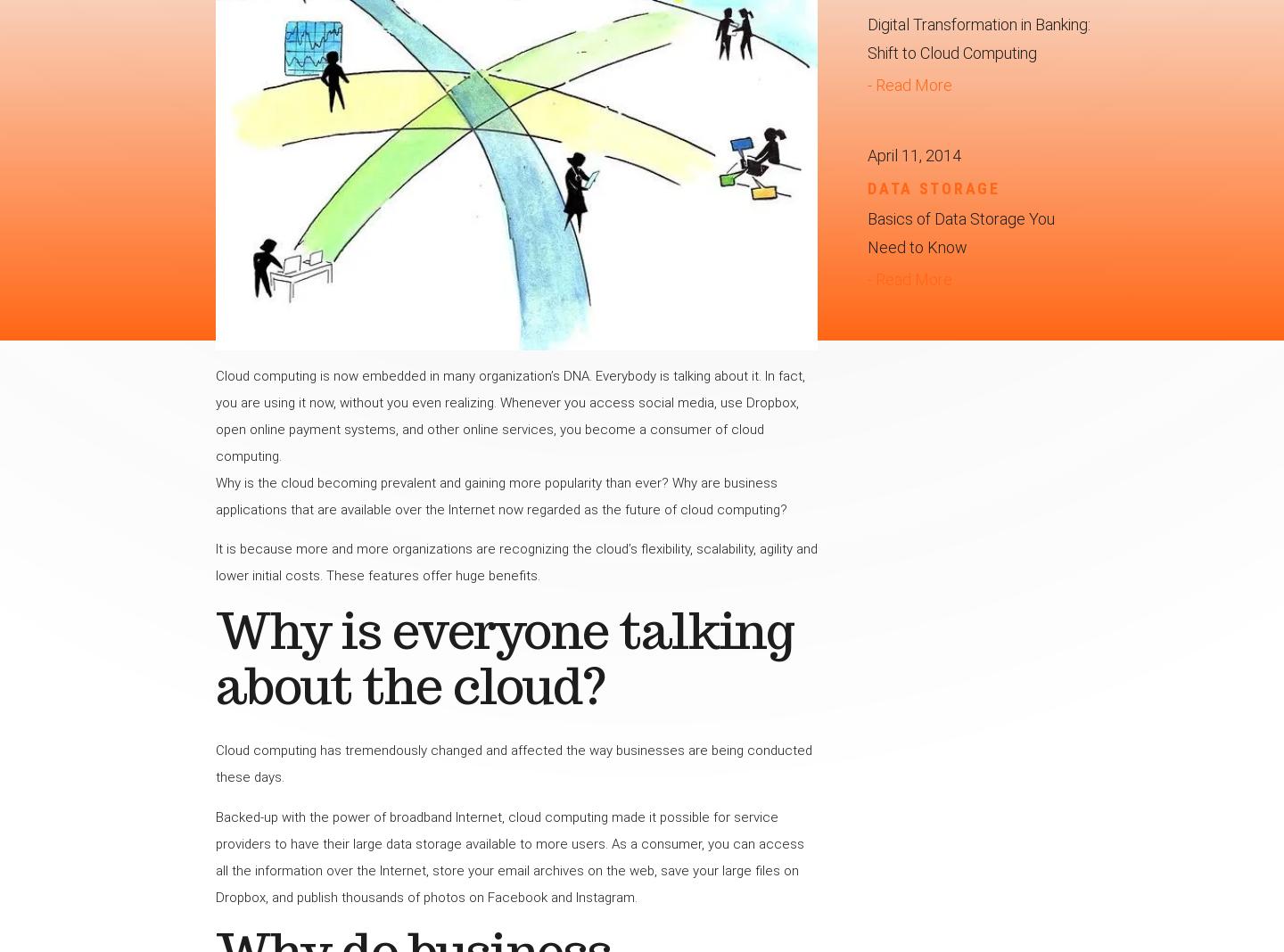 This screenshot has width=1284, height=952. Describe the element at coordinates (508, 856) in the screenshot. I see `'Backed-up with the power of broadband Internet, cloud computing made it possible for service providers to have their large data storage available to more users. As a consumer, you can access all the information over the Internet, store your email archives on the web, save your large files on Dropbox, and publish thousands of photos on Facebook and Instagram.'` at that location.